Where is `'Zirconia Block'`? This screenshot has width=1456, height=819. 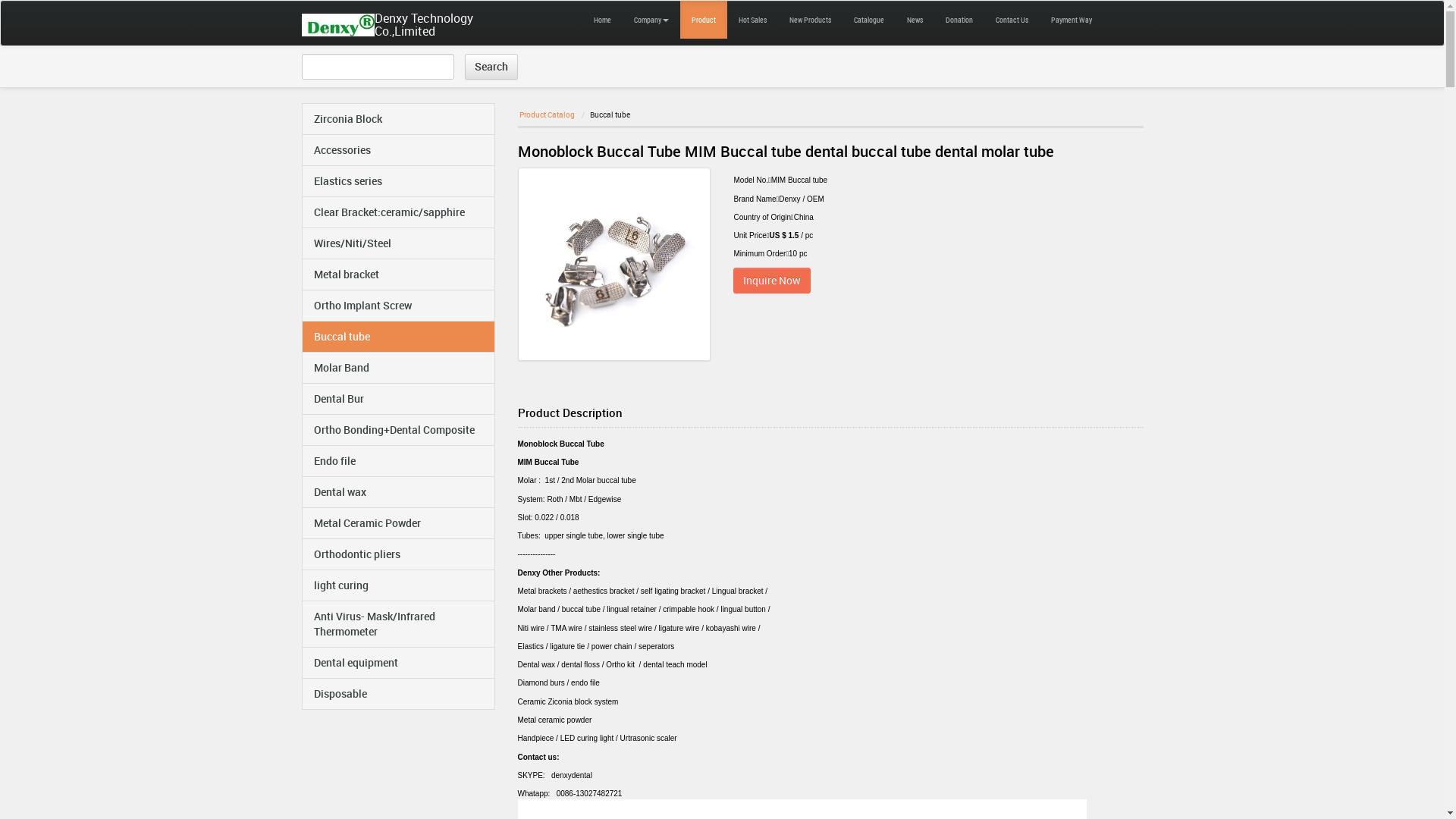
'Zirconia Block' is located at coordinates (397, 118).